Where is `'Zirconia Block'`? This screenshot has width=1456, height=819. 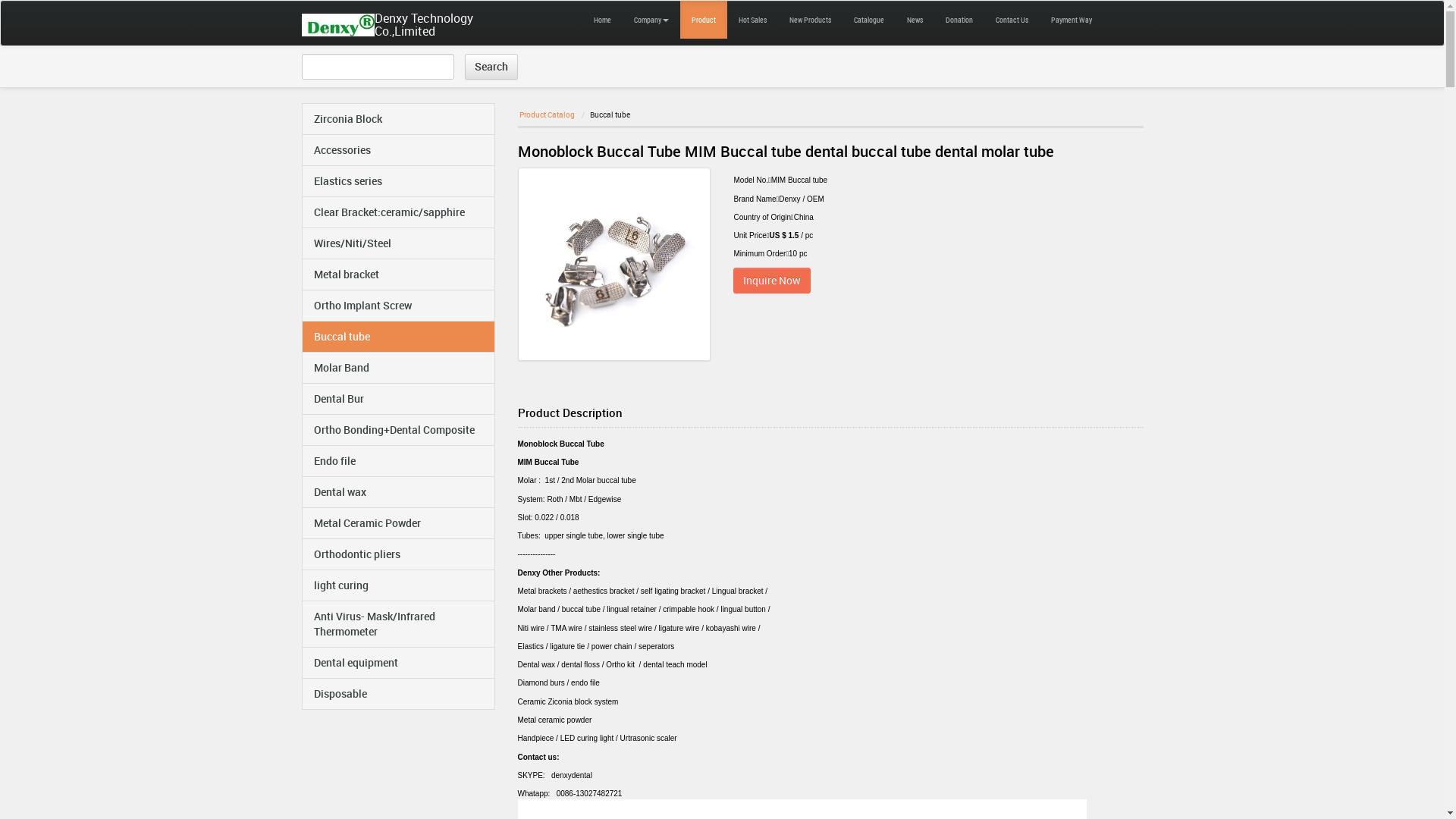
'Zirconia Block' is located at coordinates (397, 118).